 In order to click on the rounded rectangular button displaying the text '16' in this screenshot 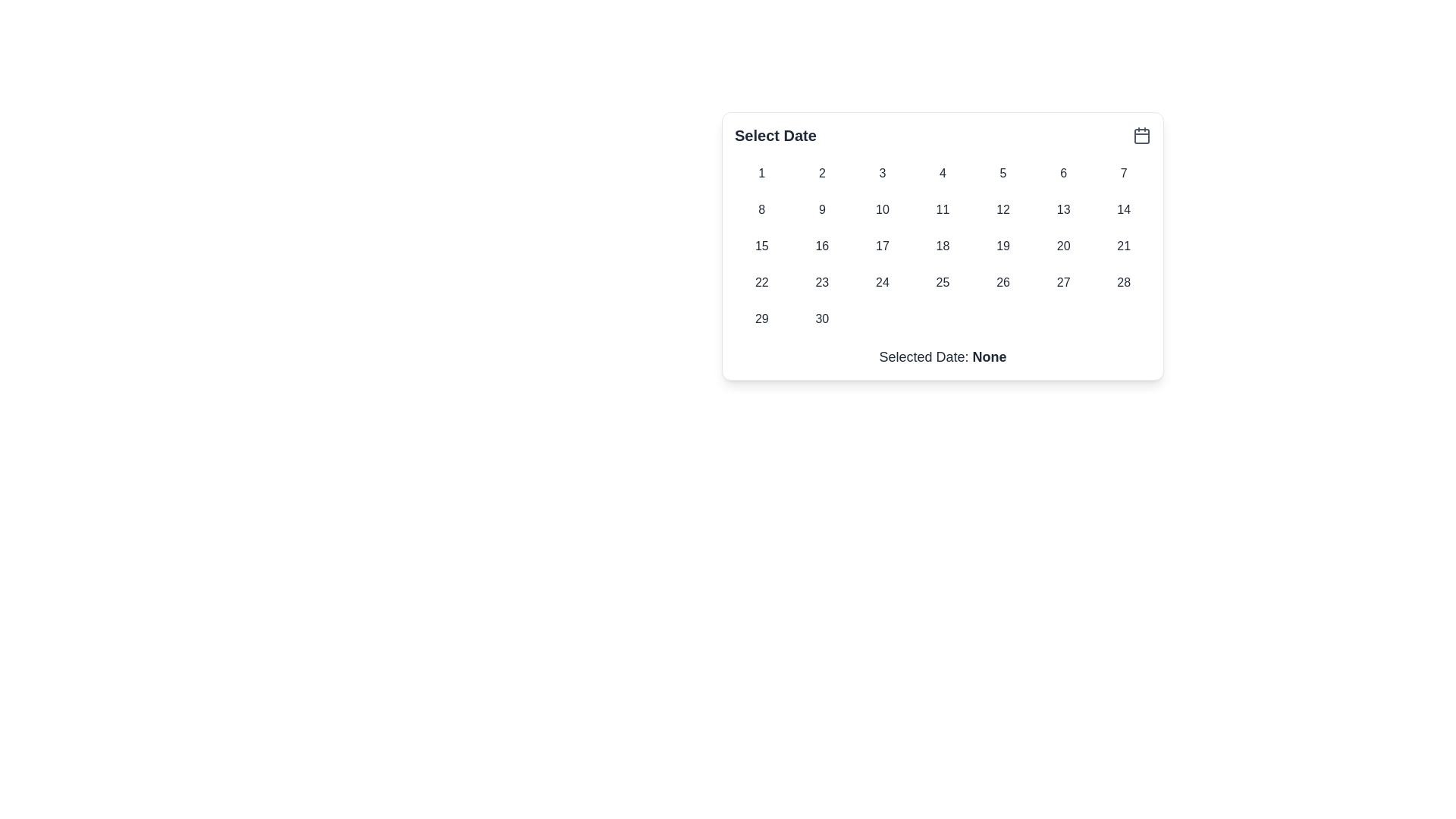, I will do `click(821, 245)`.